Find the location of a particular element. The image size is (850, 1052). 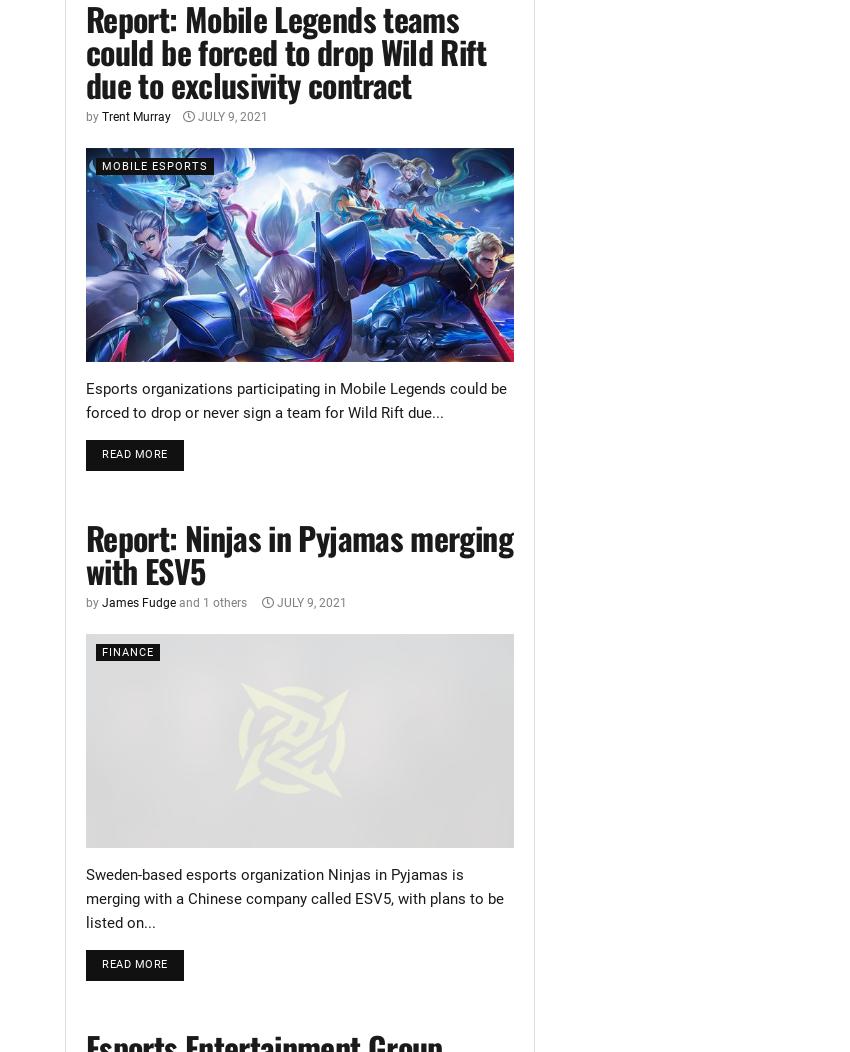

'Mobile Esports' is located at coordinates (155, 165).